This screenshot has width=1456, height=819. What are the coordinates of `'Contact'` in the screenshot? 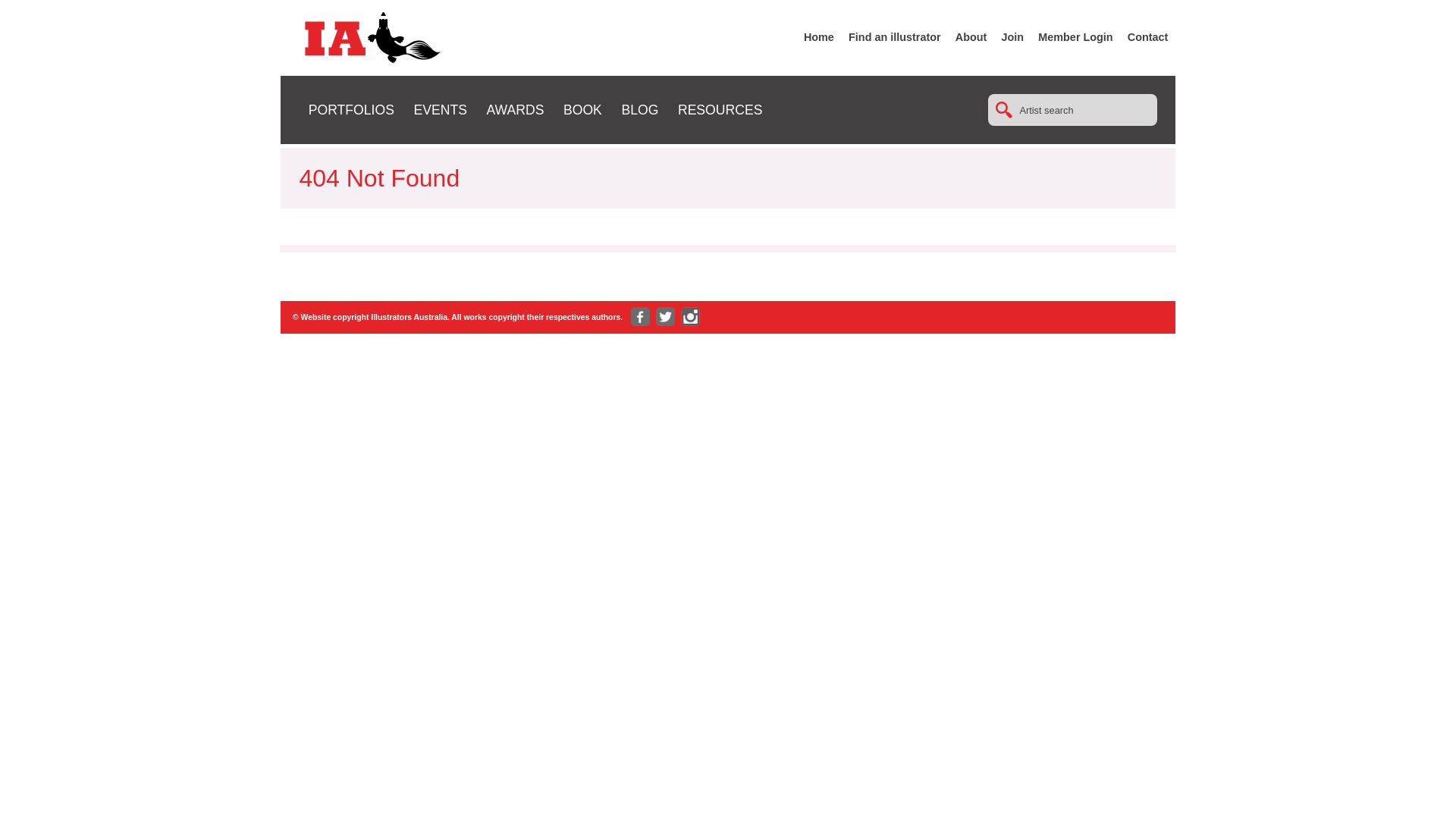 It's located at (1147, 36).